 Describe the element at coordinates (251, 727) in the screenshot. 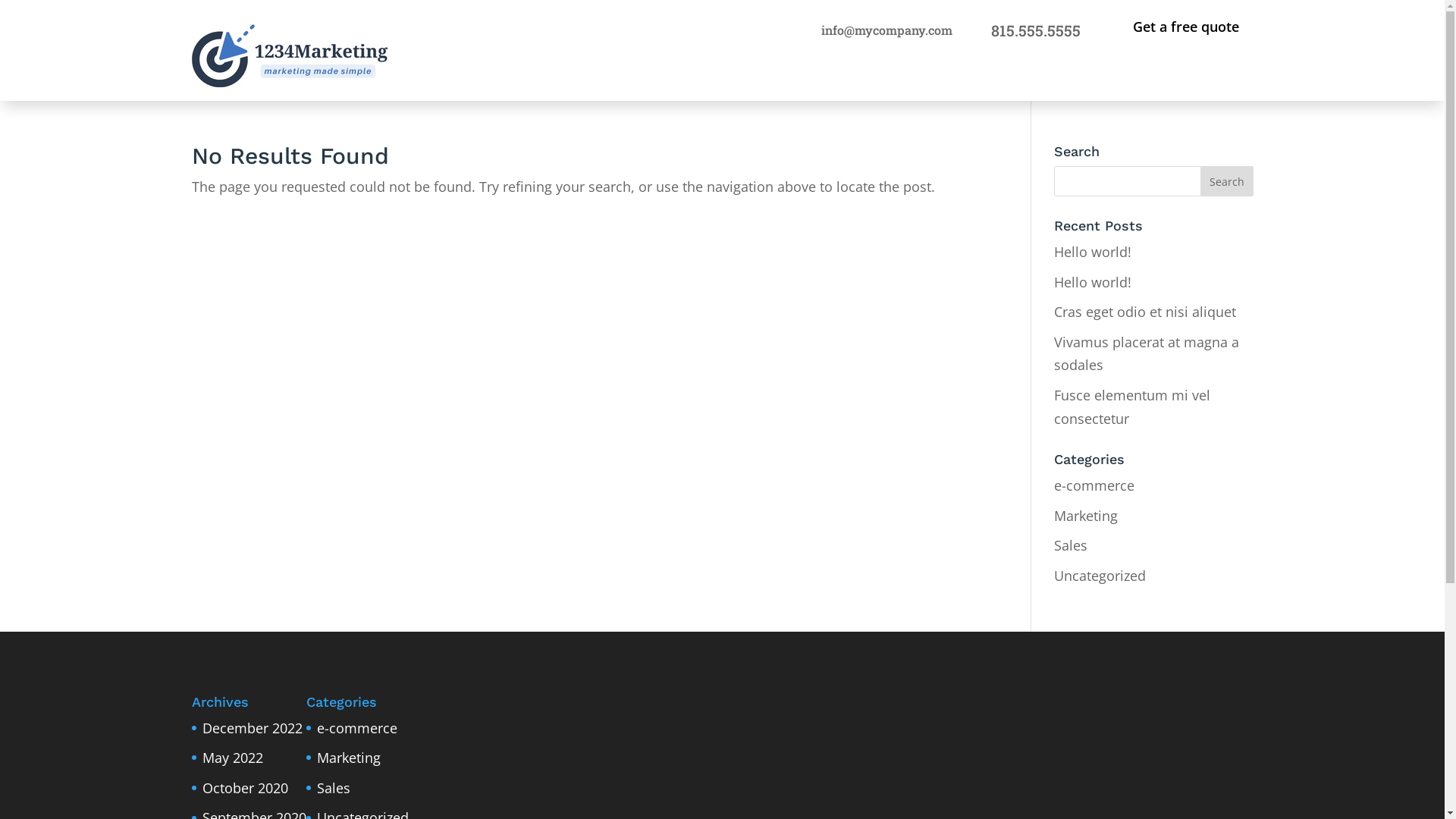

I see `'December 2022'` at that location.